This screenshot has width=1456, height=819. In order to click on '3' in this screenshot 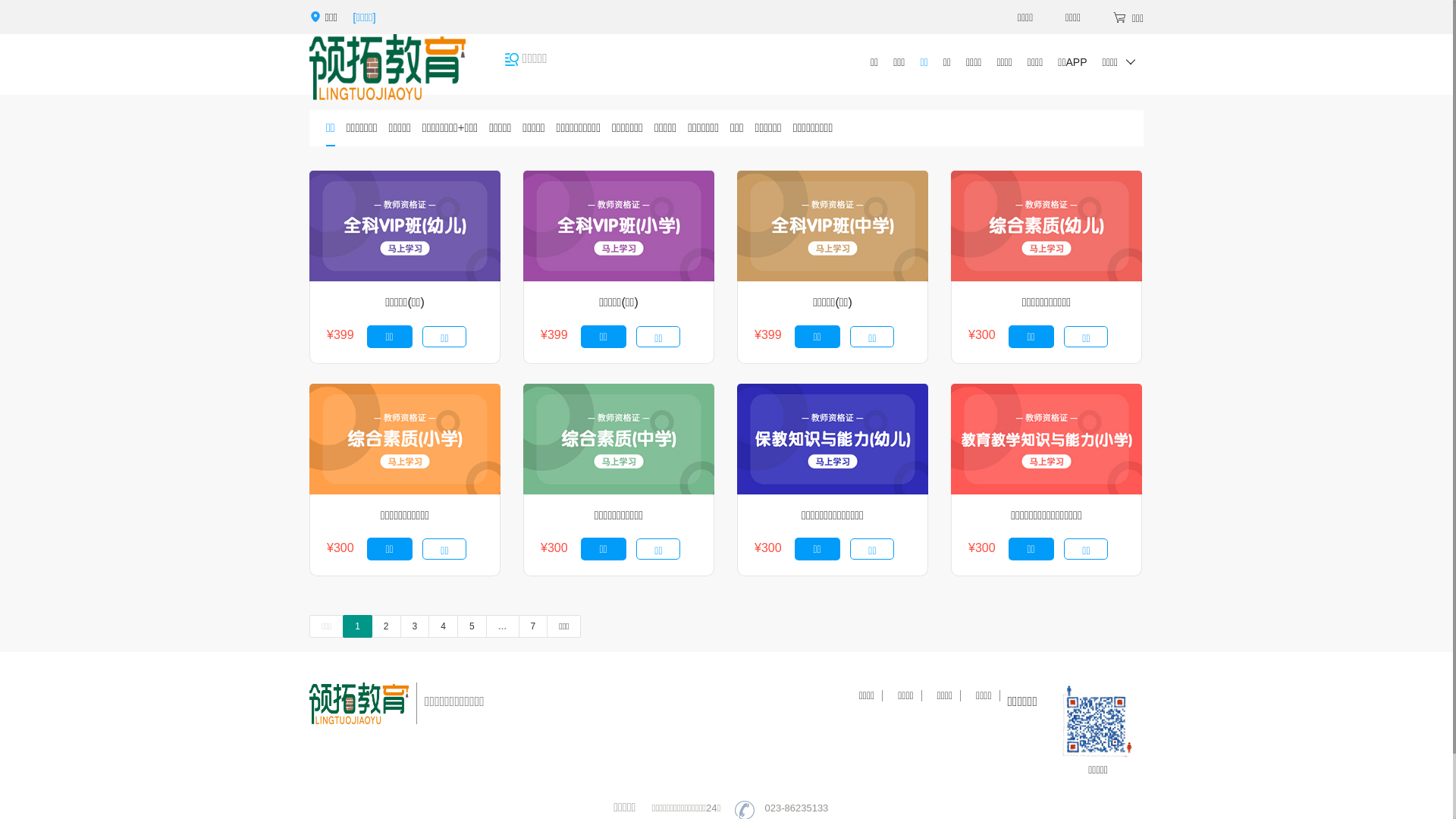, I will do `click(415, 626)`.